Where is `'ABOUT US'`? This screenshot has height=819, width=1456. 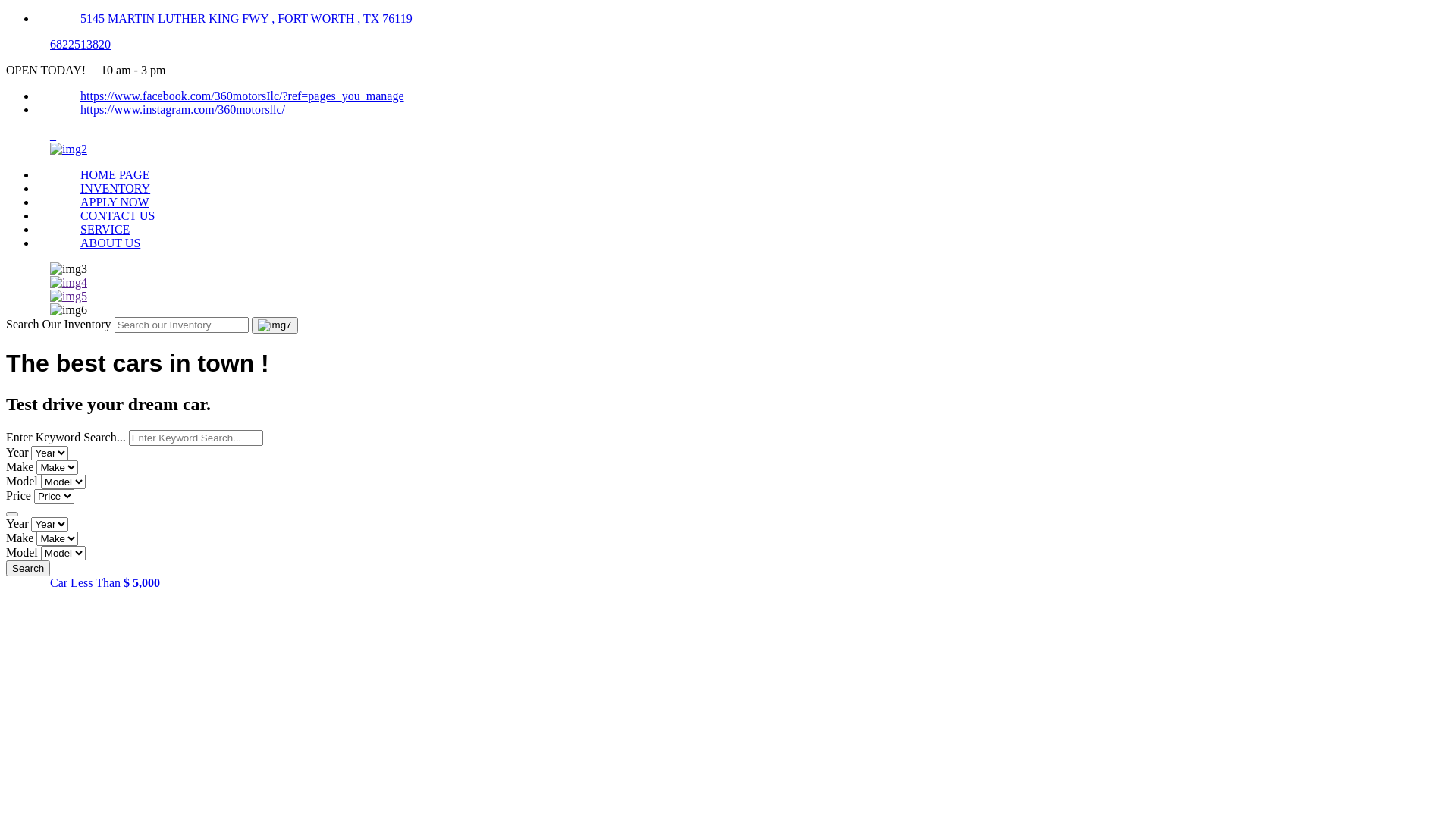 'ABOUT US' is located at coordinates (109, 242).